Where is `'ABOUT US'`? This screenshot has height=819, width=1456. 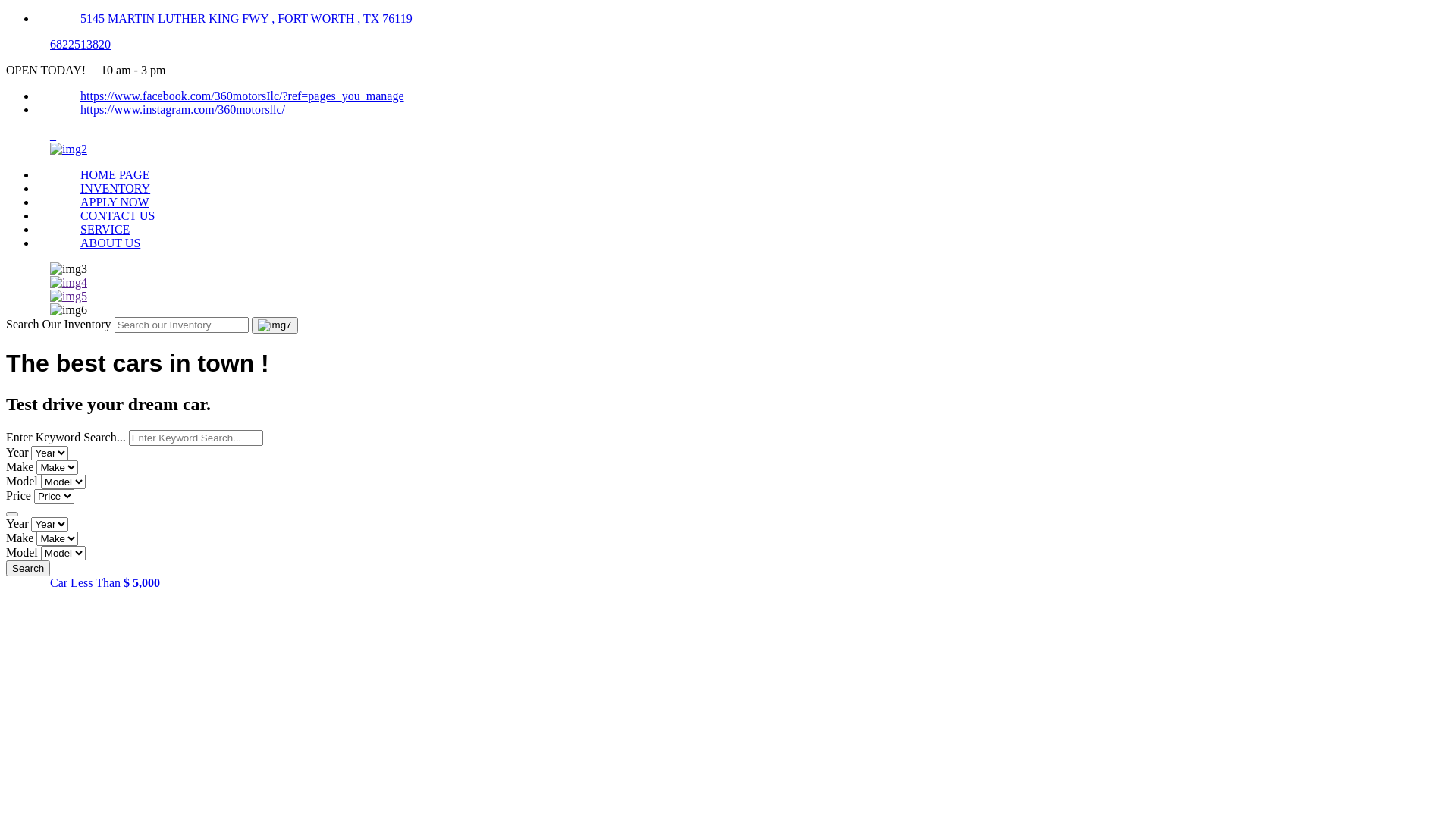 'ABOUT US' is located at coordinates (109, 242).